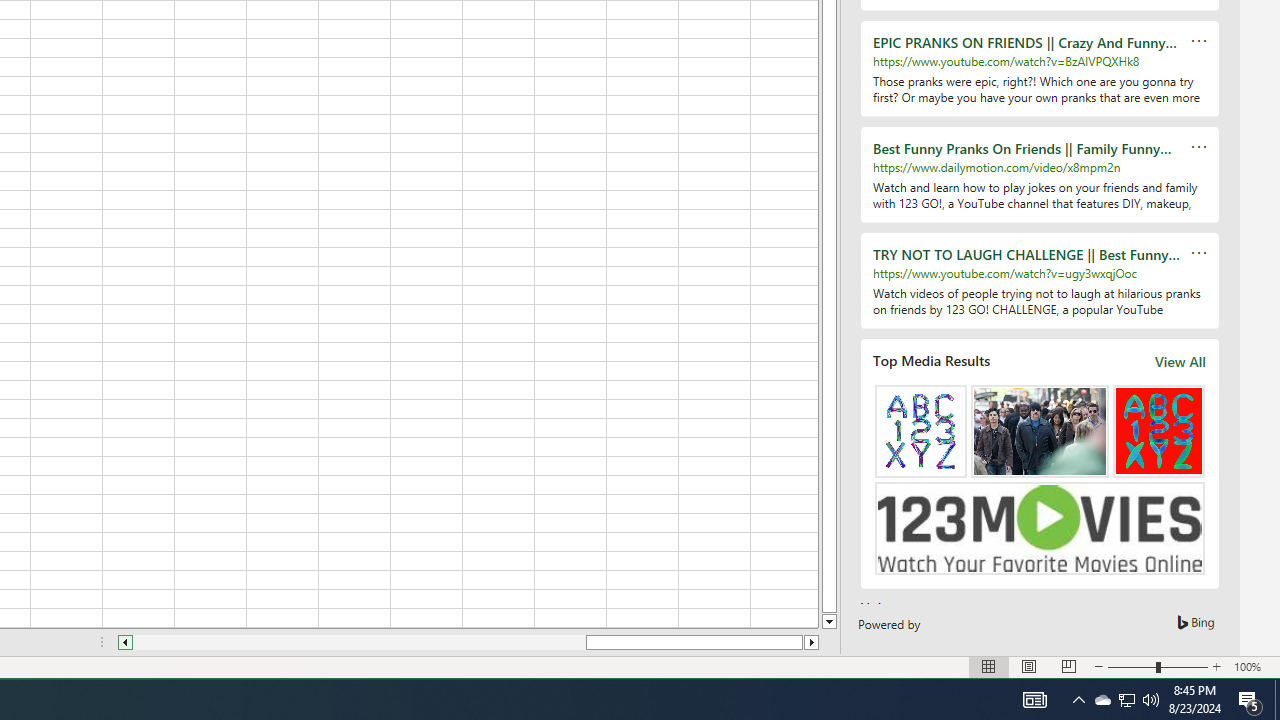 The image size is (1280, 720). What do you see at coordinates (812, 642) in the screenshot?
I see `'Column right'` at bounding box center [812, 642].